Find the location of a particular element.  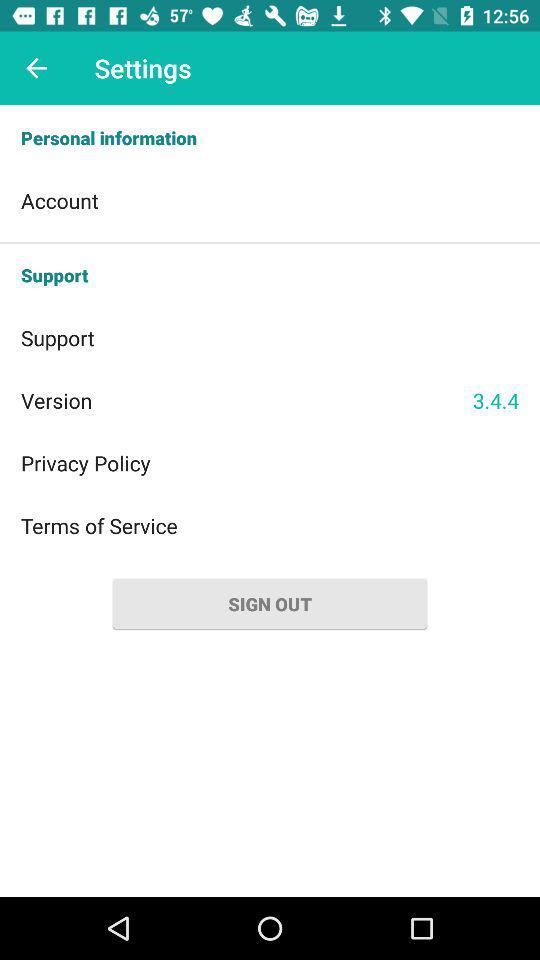

the sign out icon is located at coordinates (270, 603).